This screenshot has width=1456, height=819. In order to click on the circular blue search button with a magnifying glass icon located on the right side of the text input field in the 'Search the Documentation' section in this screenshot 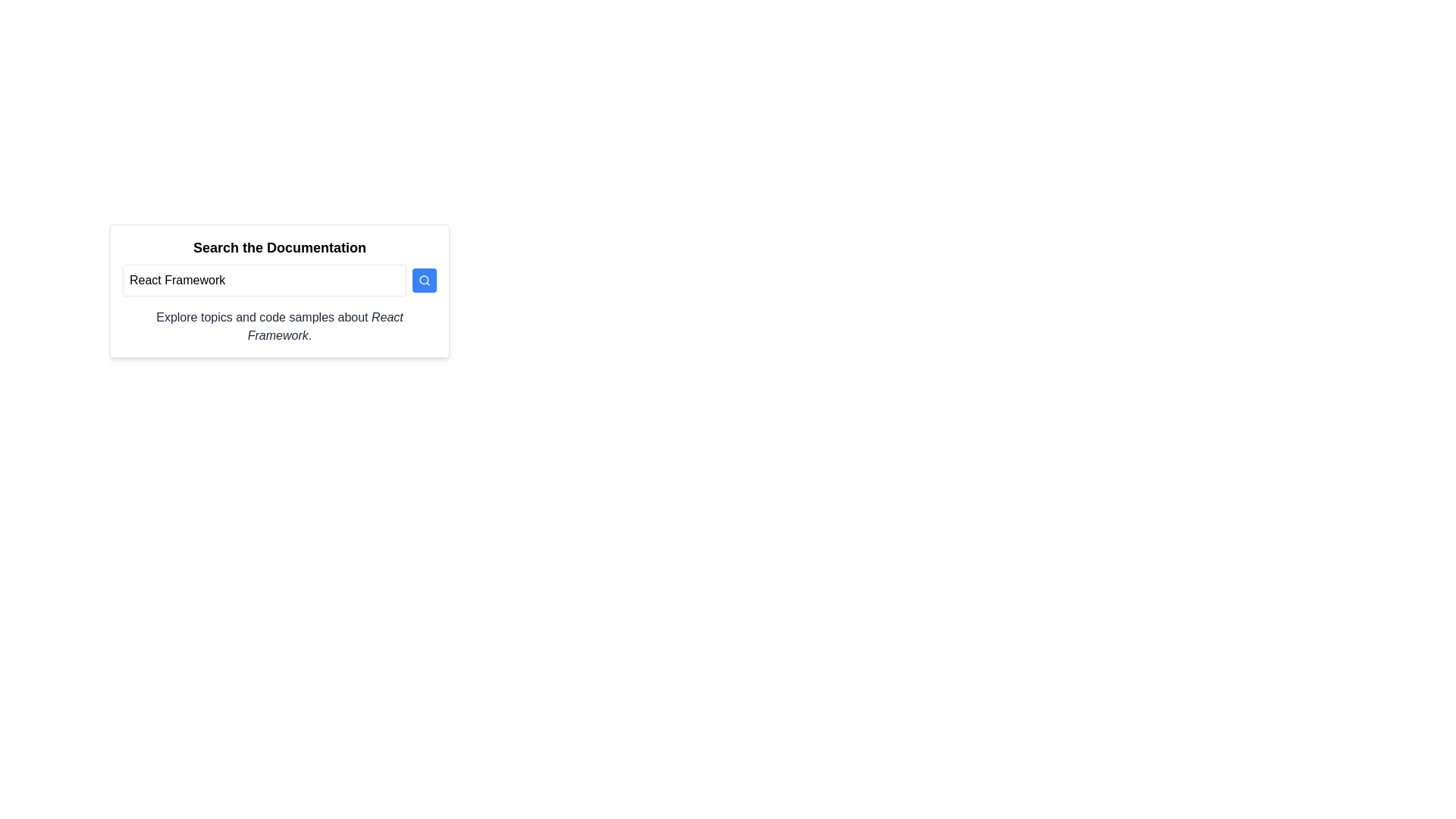, I will do `click(425, 281)`.